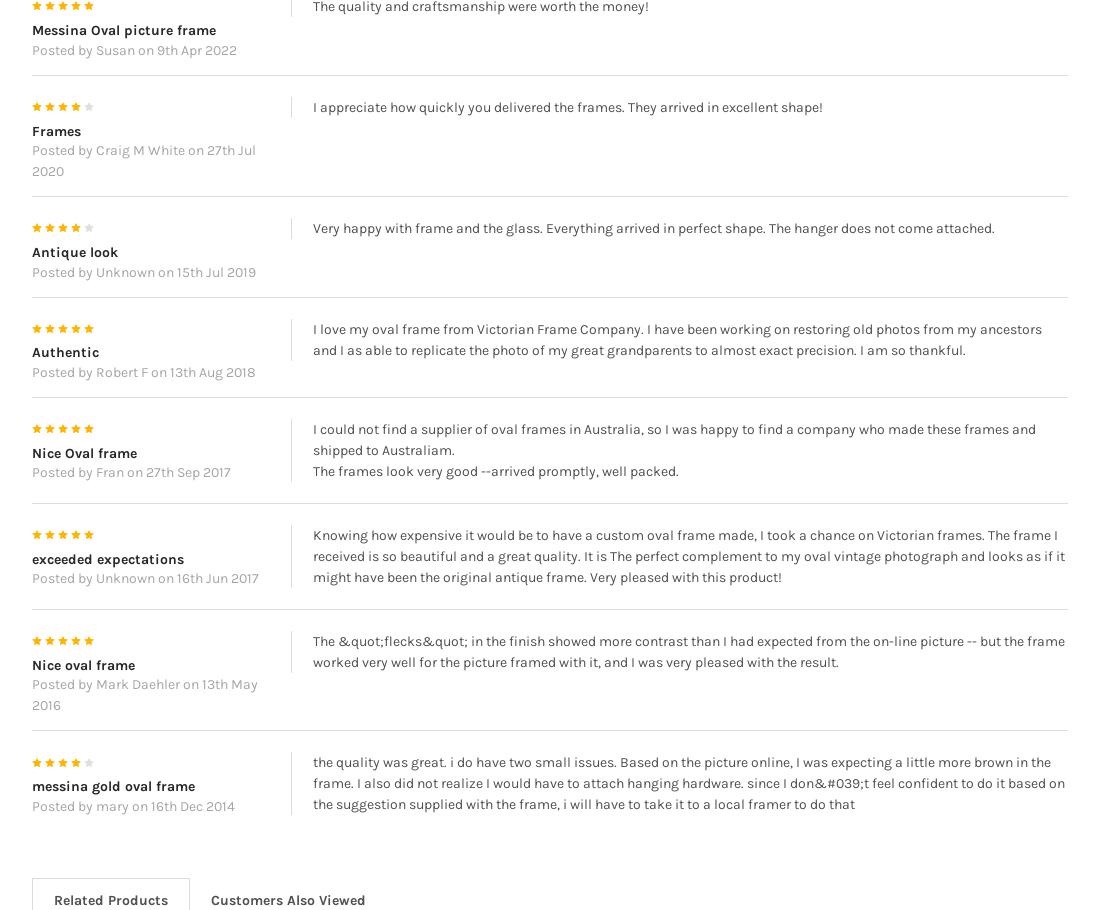 This screenshot has width=1100, height=910. What do you see at coordinates (142, 722) in the screenshot?
I see `'Posted by Mark Daehler on 13th May 2016'` at bounding box center [142, 722].